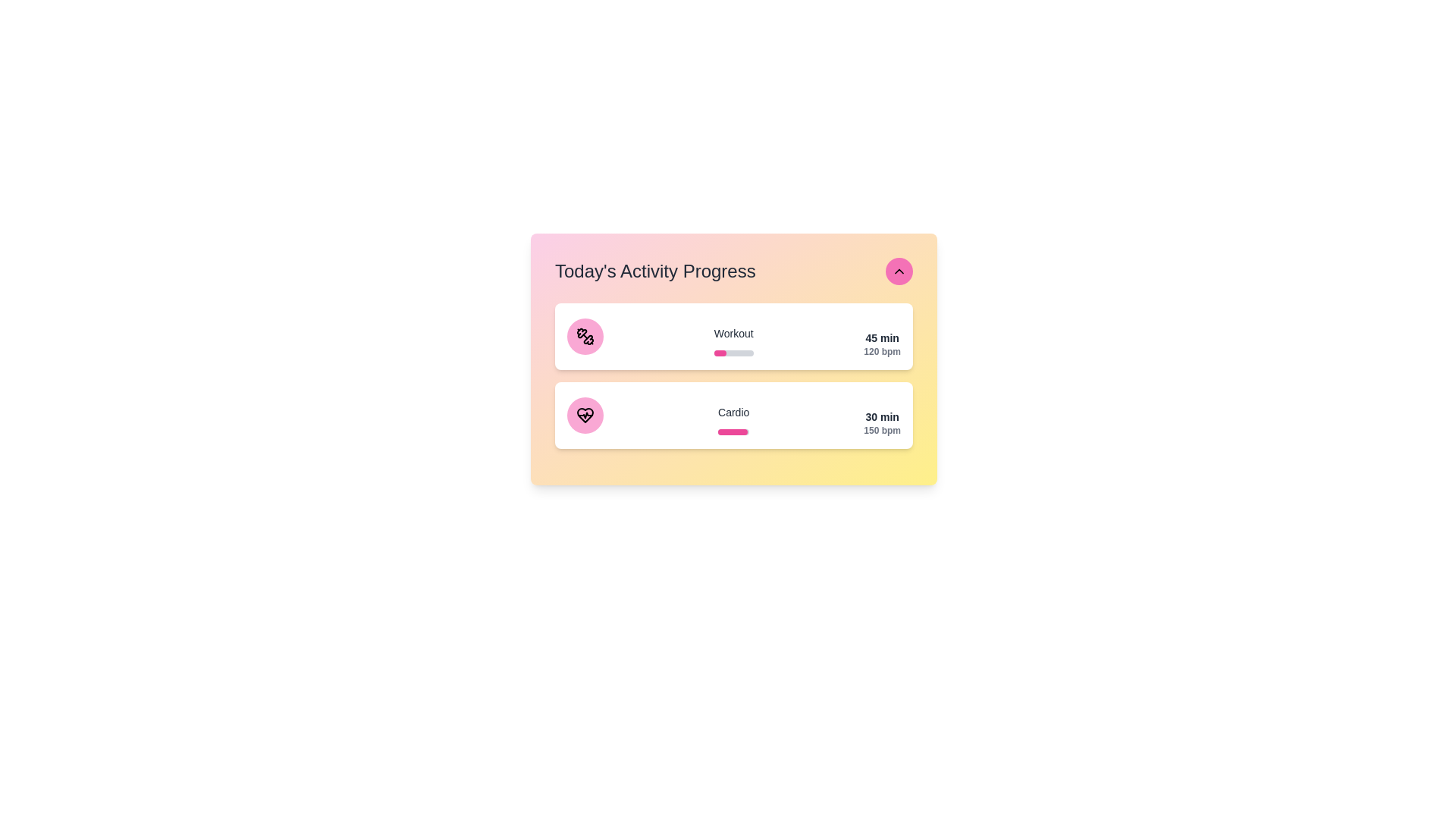 The width and height of the screenshot is (1456, 819). Describe the element at coordinates (733, 432) in the screenshot. I see `the Progress bar segment that visually represents the completion level for the 'Cardio' activity, located in the lower section of the 'Today's Activity Progress' module` at that location.